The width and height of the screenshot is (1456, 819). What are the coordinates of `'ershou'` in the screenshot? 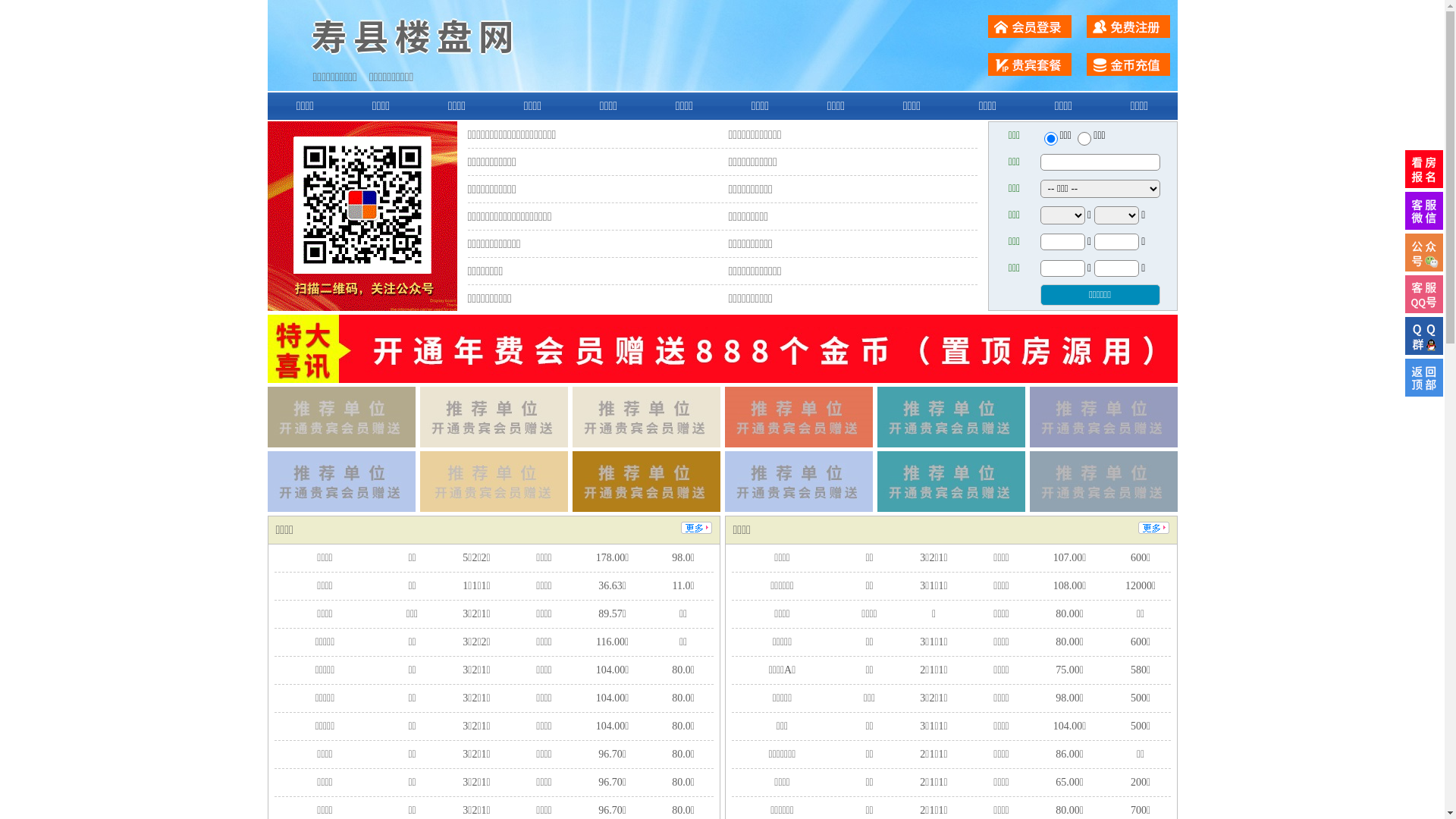 It's located at (1050, 138).